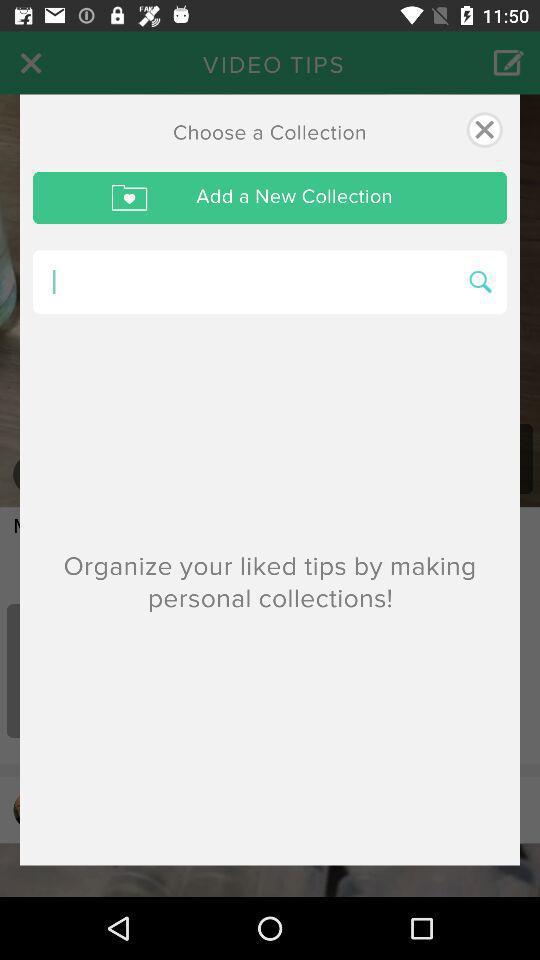  I want to click on searching box, so click(243, 281).